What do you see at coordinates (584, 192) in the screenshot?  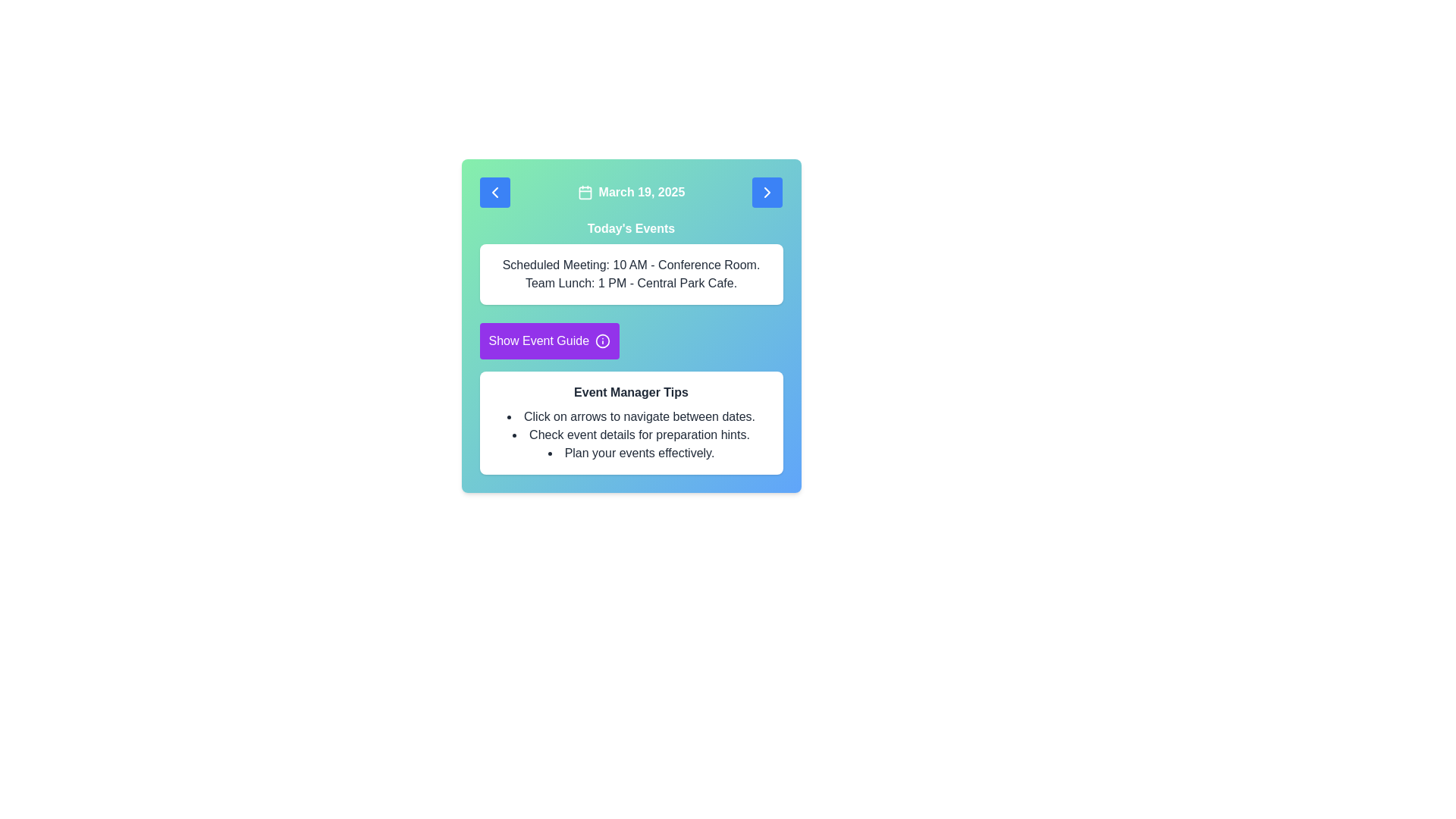 I see `the Decorative SVG graphic component within the calendar icon that accompanies the date 'March 19, 2025.'` at bounding box center [584, 192].